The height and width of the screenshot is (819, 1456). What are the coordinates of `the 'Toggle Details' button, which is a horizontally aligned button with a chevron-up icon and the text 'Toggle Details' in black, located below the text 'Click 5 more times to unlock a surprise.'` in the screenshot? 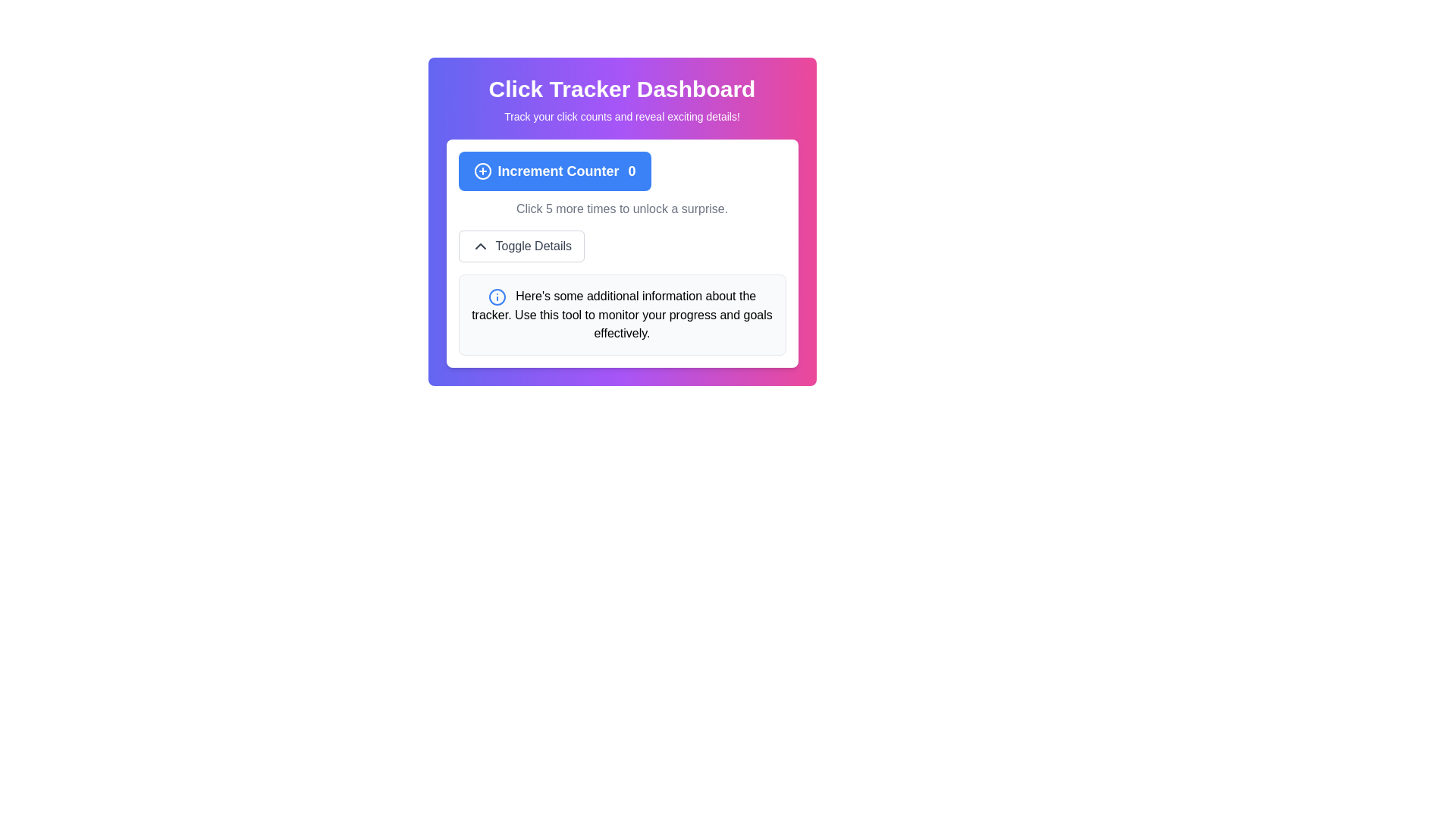 It's located at (521, 245).